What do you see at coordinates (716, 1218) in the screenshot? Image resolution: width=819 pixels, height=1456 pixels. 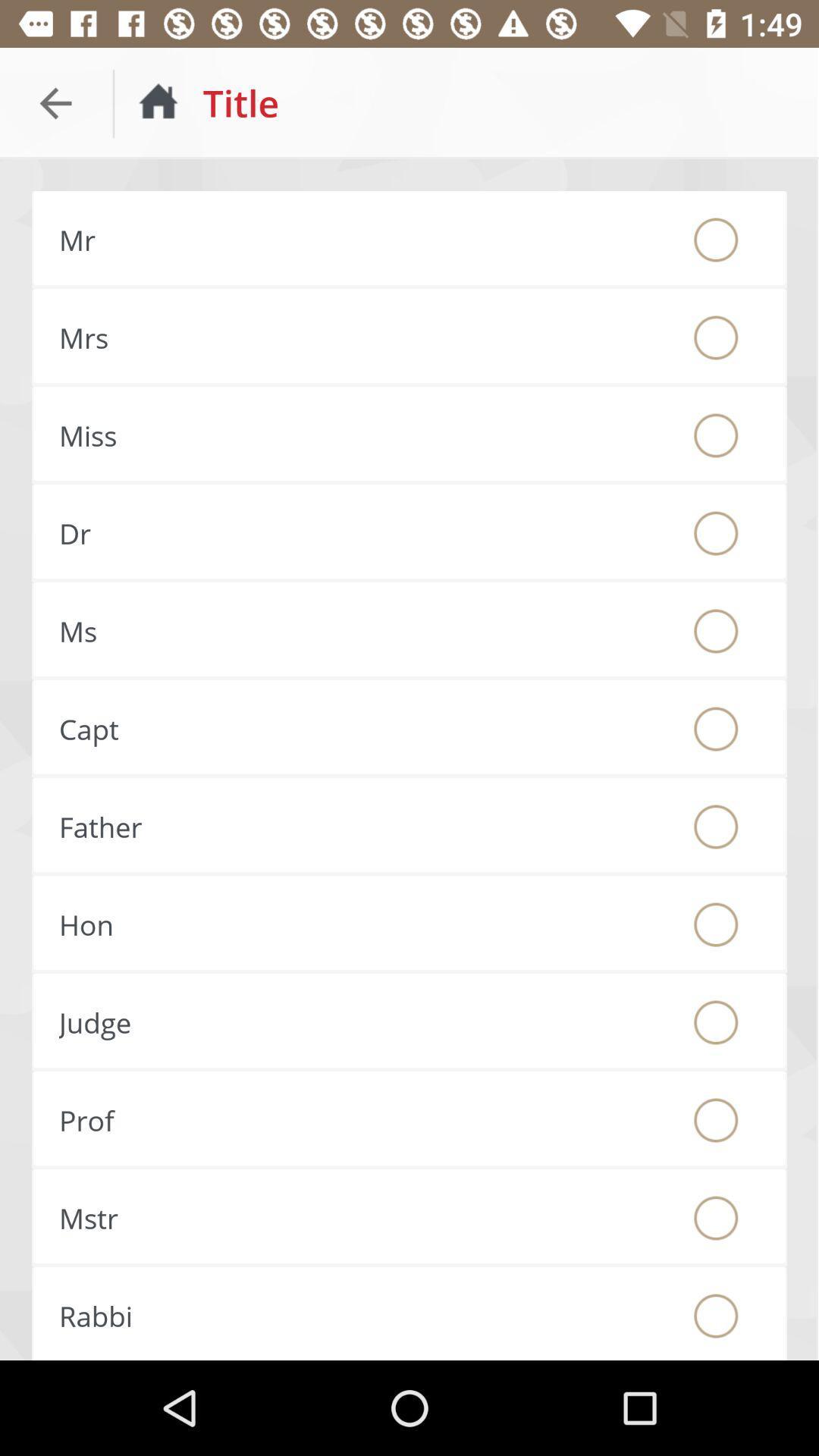 I see `choose if this is your title` at bounding box center [716, 1218].